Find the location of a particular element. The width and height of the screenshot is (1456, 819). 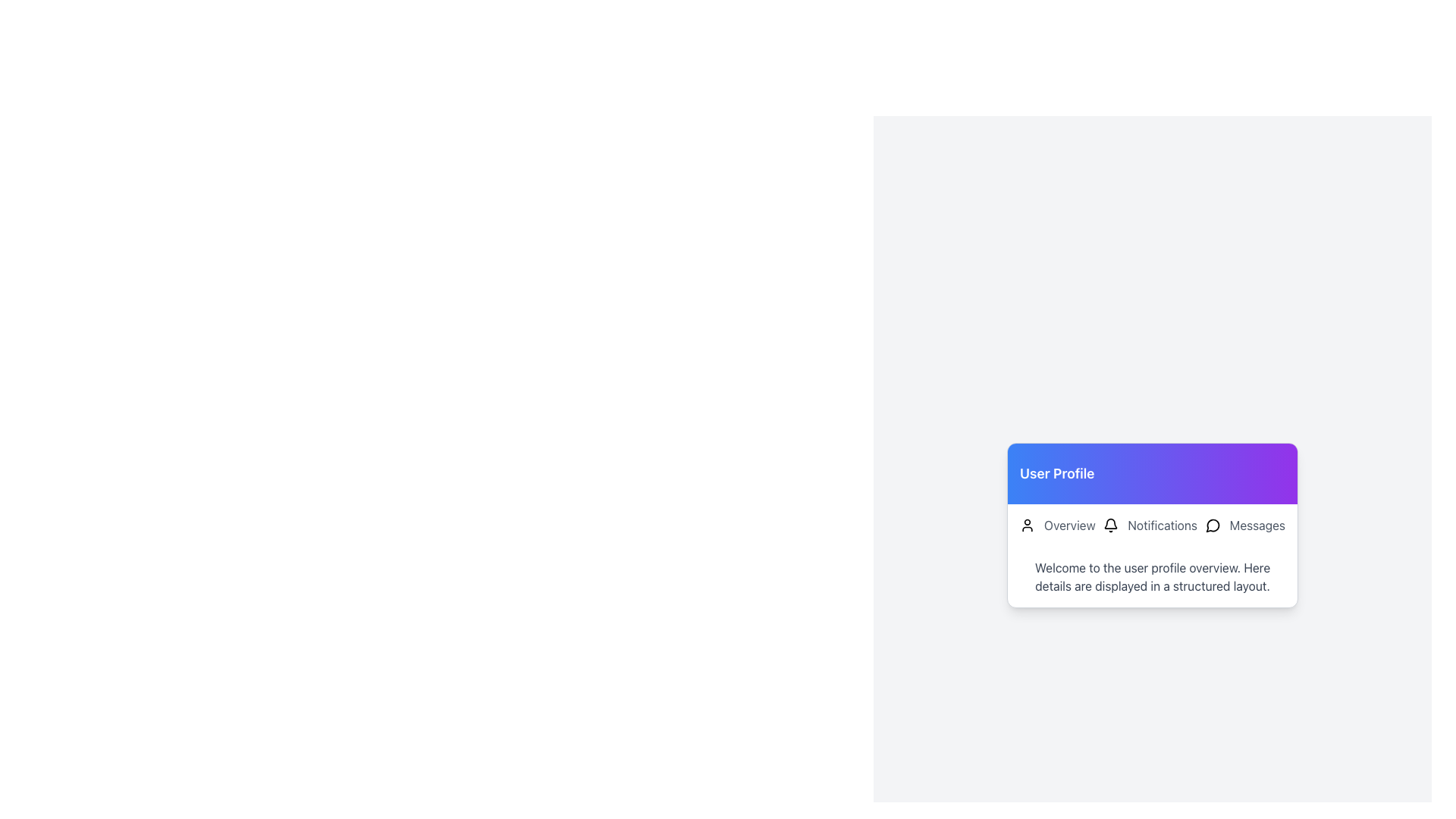

the notifications button located in the middle section of the horizontal menu within the 'User Profile' card, which is the second option following 'Overview' and preceding 'Messages' is located at coordinates (1150, 525).